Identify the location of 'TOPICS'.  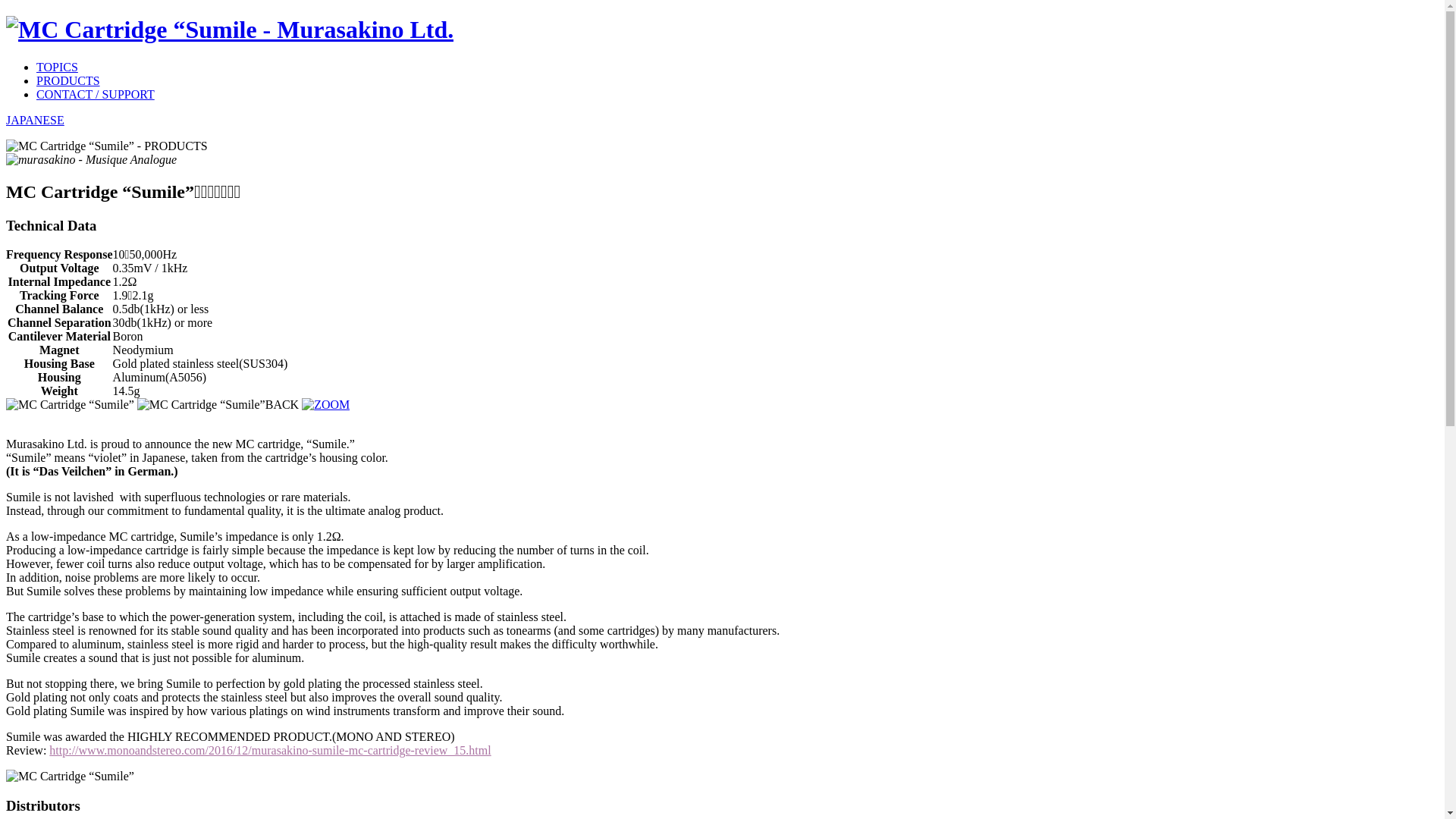
(57, 66).